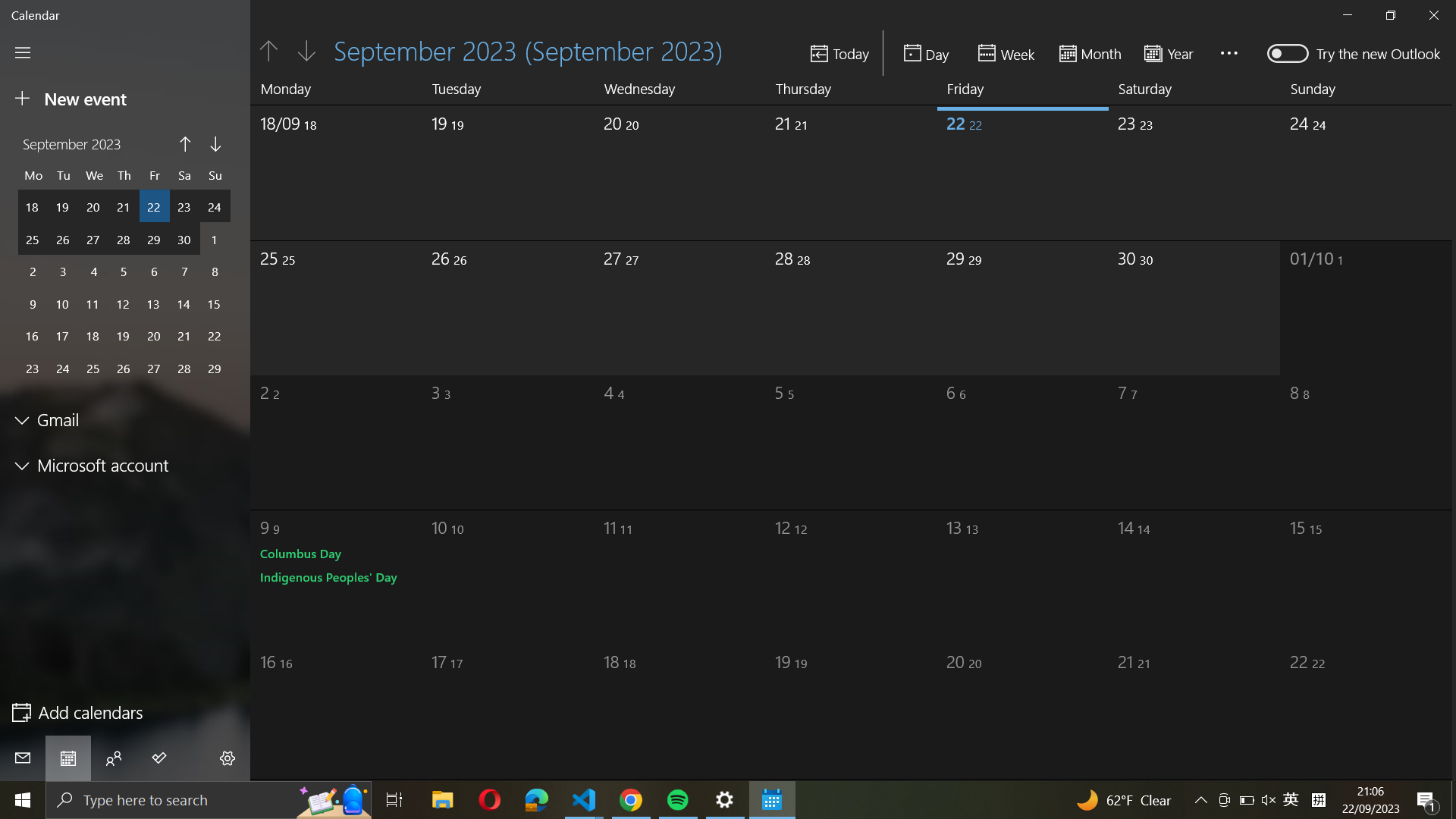 The image size is (1456, 819). I want to click on the date 18/09, so click(322, 167).